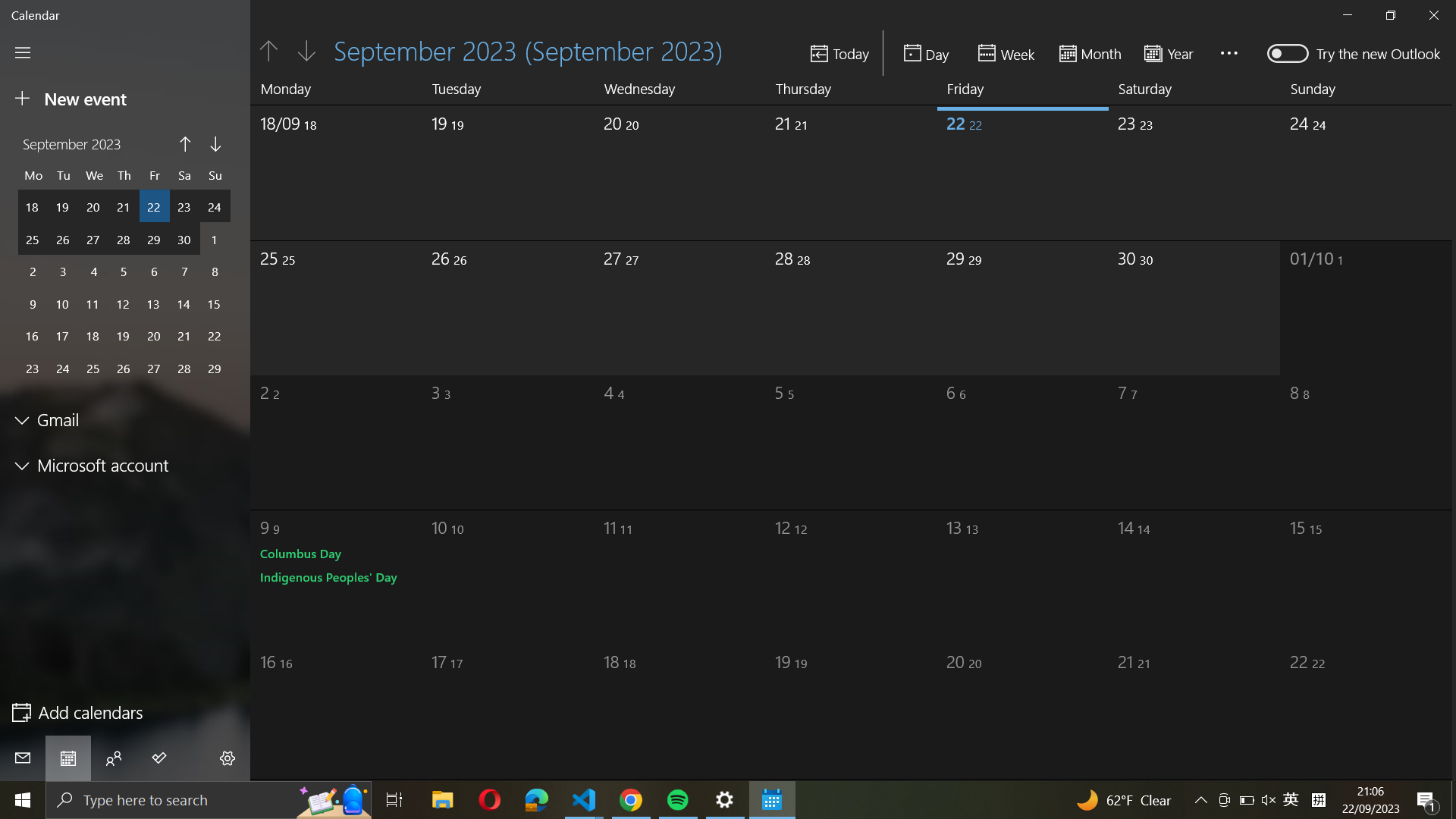 The image size is (1456, 819). I want to click on the date 18/09, so click(322, 167).